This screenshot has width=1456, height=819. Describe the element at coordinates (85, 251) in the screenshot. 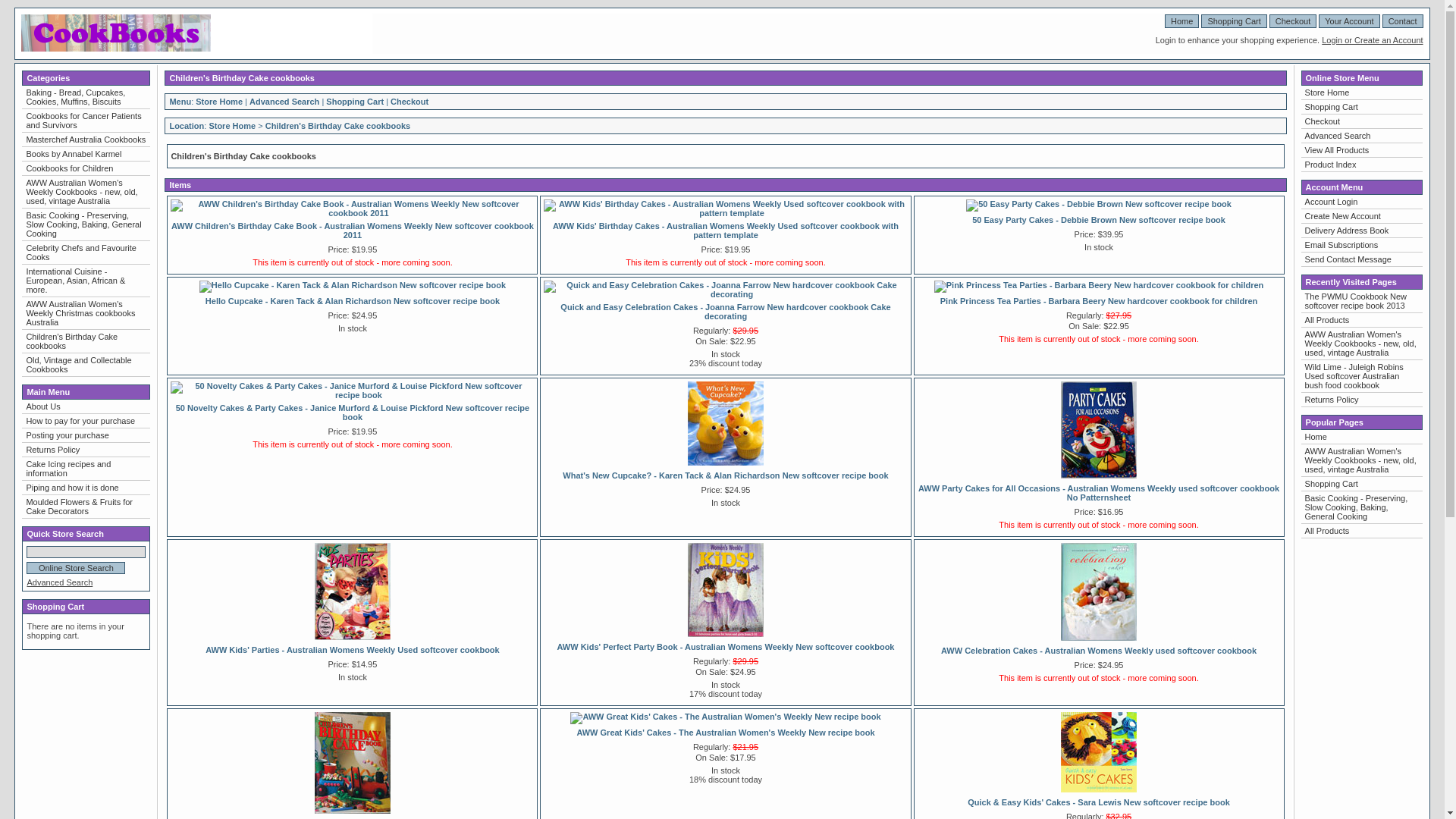

I see `'Celebrity Chefs and Favourite Cooks'` at that location.